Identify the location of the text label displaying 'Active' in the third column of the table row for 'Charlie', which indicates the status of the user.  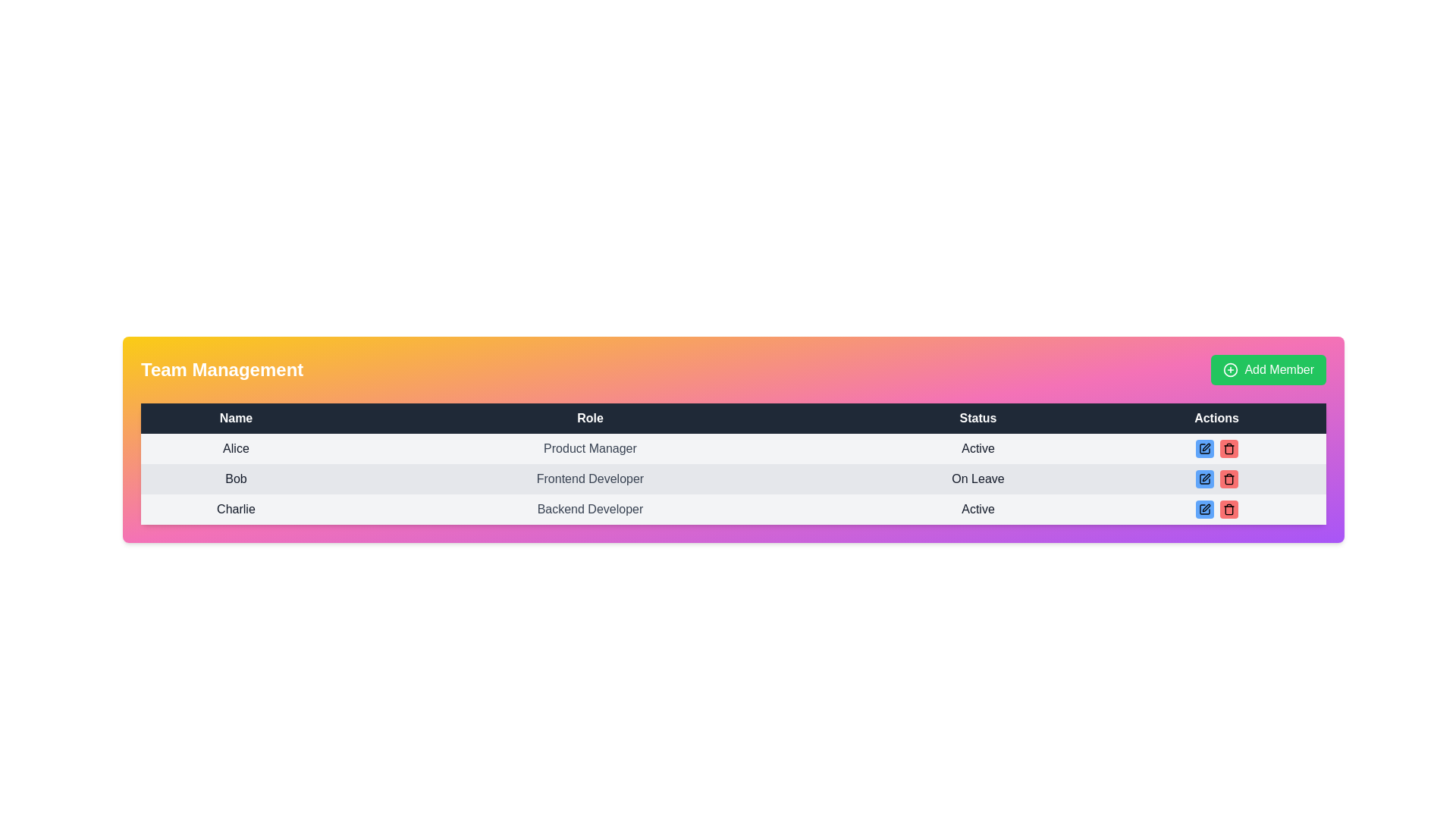
(978, 509).